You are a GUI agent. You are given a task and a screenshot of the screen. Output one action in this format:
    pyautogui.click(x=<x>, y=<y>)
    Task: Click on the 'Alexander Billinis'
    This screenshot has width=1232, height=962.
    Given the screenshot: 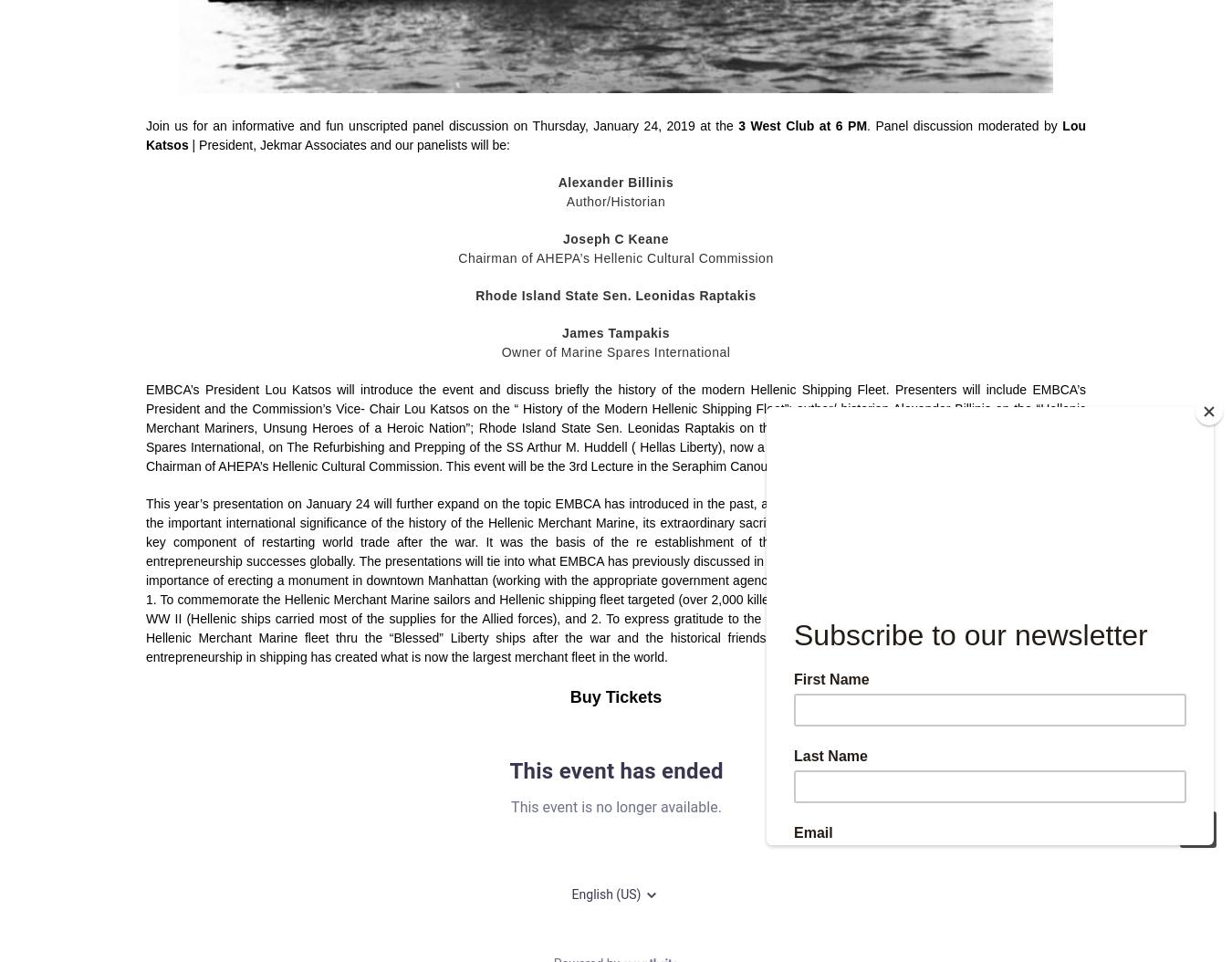 What is the action you would take?
    pyautogui.click(x=615, y=180)
    